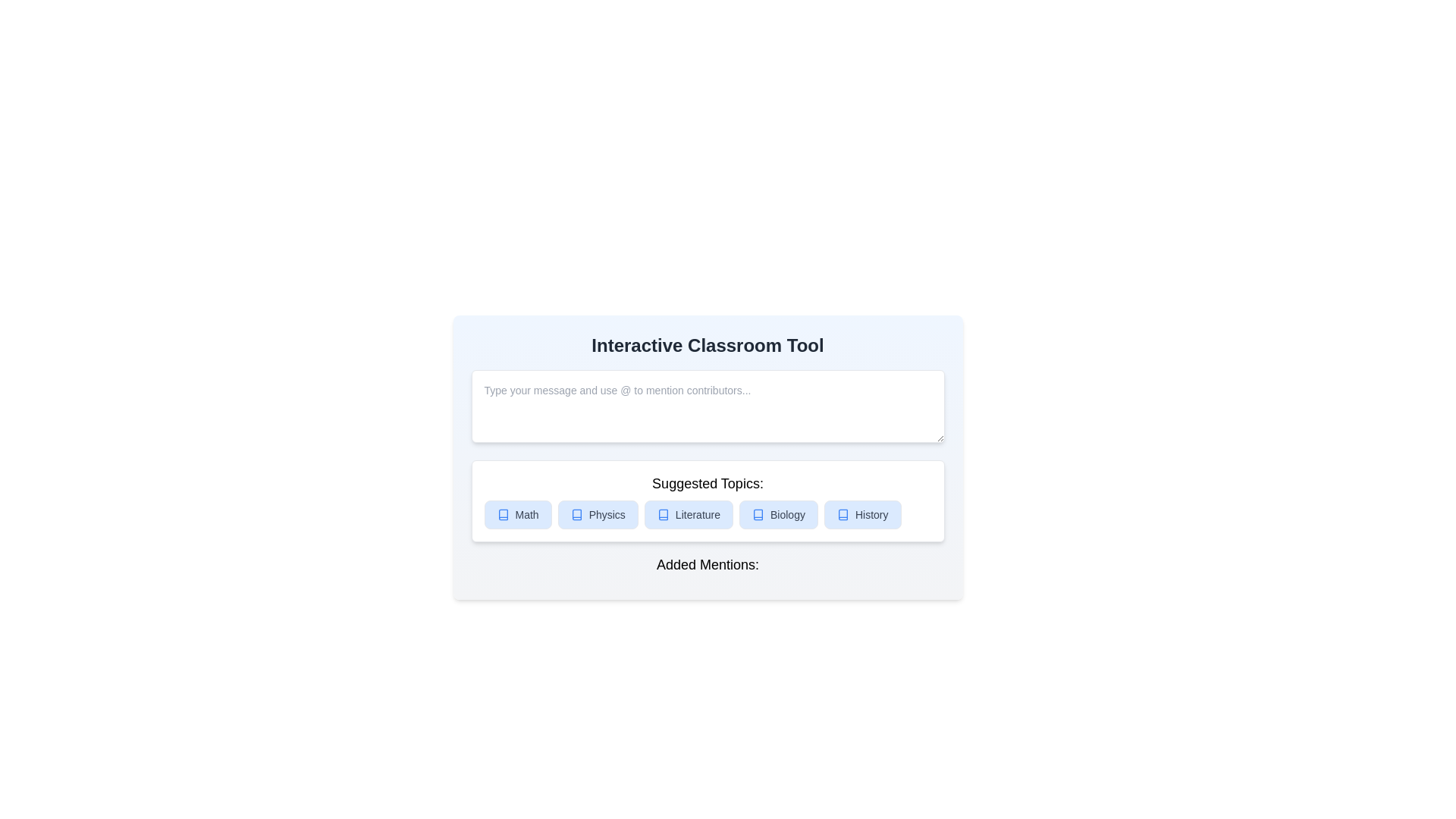 The width and height of the screenshot is (1456, 819). I want to click on the blue book outline icon located to the left of the 'Literature' button within the 'Suggested Topics' section, so click(663, 513).